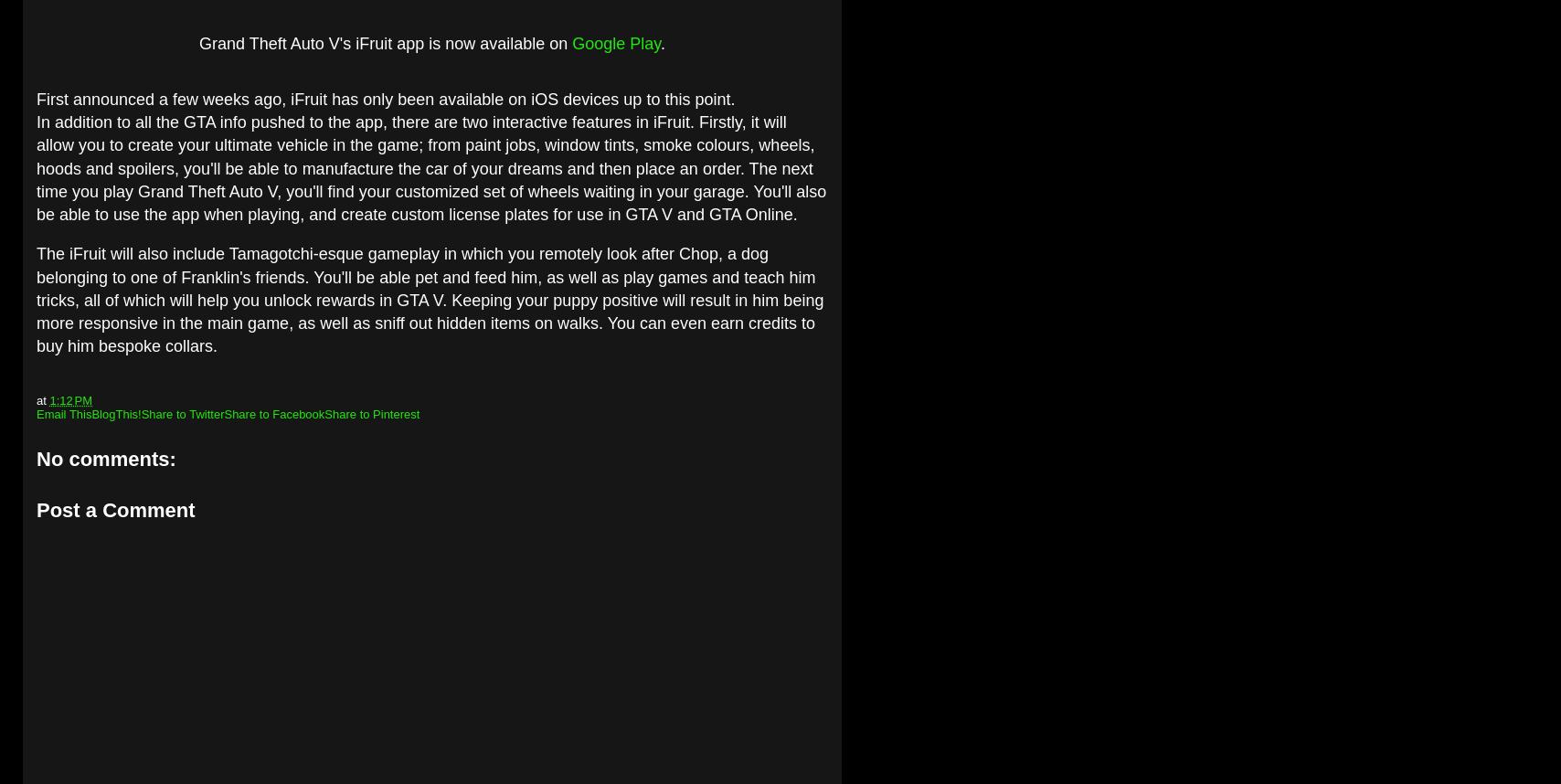 The width and height of the screenshot is (1561, 784). Describe the element at coordinates (430, 168) in the screenshot. I see `'In addition to all the GTA info pushed to the app, there are two 
interactive features in iFruit. Firstly, it will allow you to create 
your ultimate vehicle in the game; from paint jobs, window tints, smoke 
colours, wheels, hoods and spoilers, you'll be able to manufacture the 
car of your dreams and then place an order. The next time you play Grand Theft Auto V,
 you'll find your customized set of wheels waiting in your garage. 
You'll also be able to use the app when playing, and create custom 
license plates for use in GTA V and GTA Online.'` at that location.